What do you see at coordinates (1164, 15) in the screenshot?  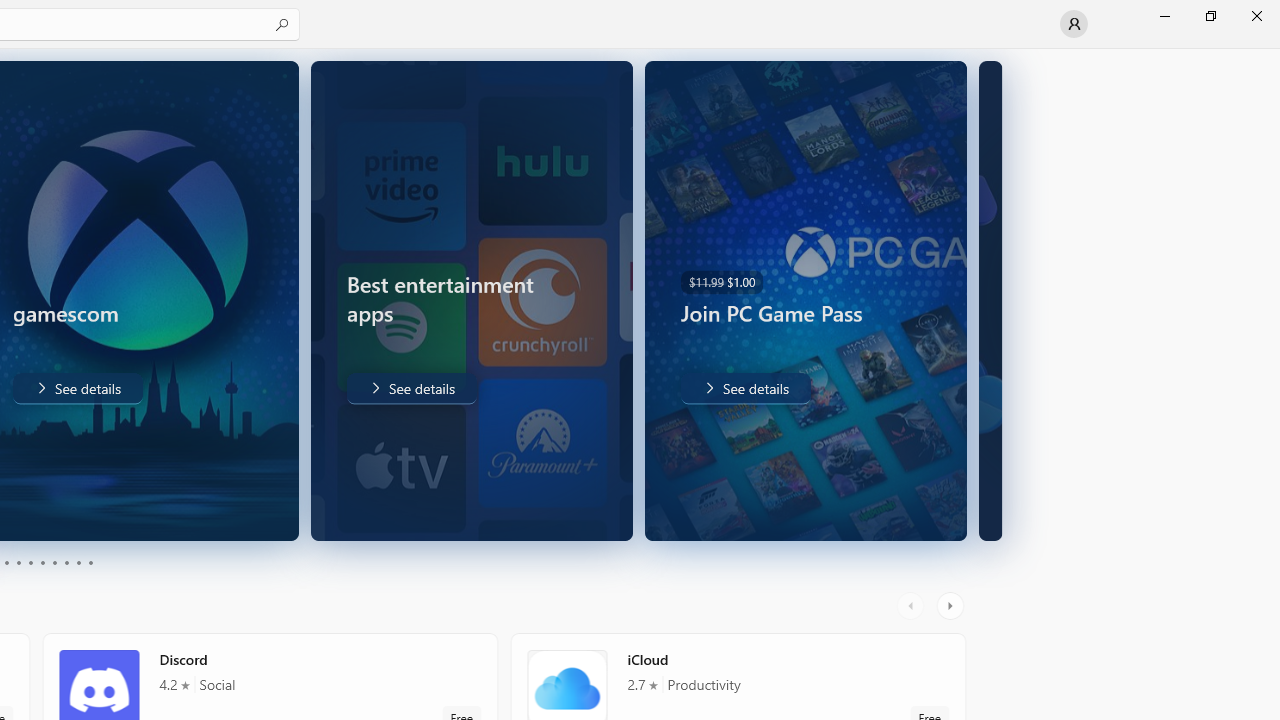 I see `'Minimize Microsoft Store'` at bounding box center [1164, 15].